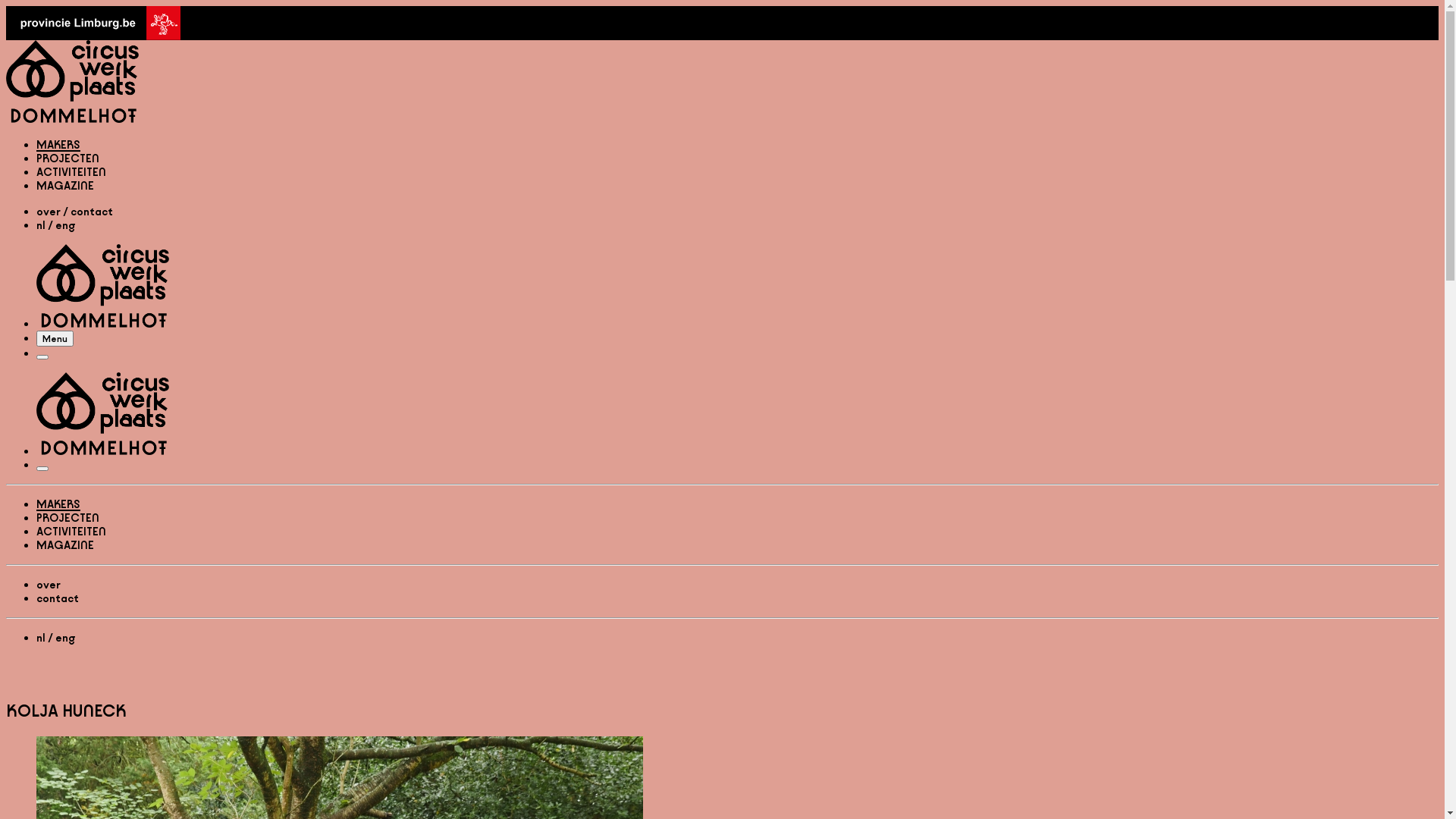  I want to click on 'contact', so click(58, 597).